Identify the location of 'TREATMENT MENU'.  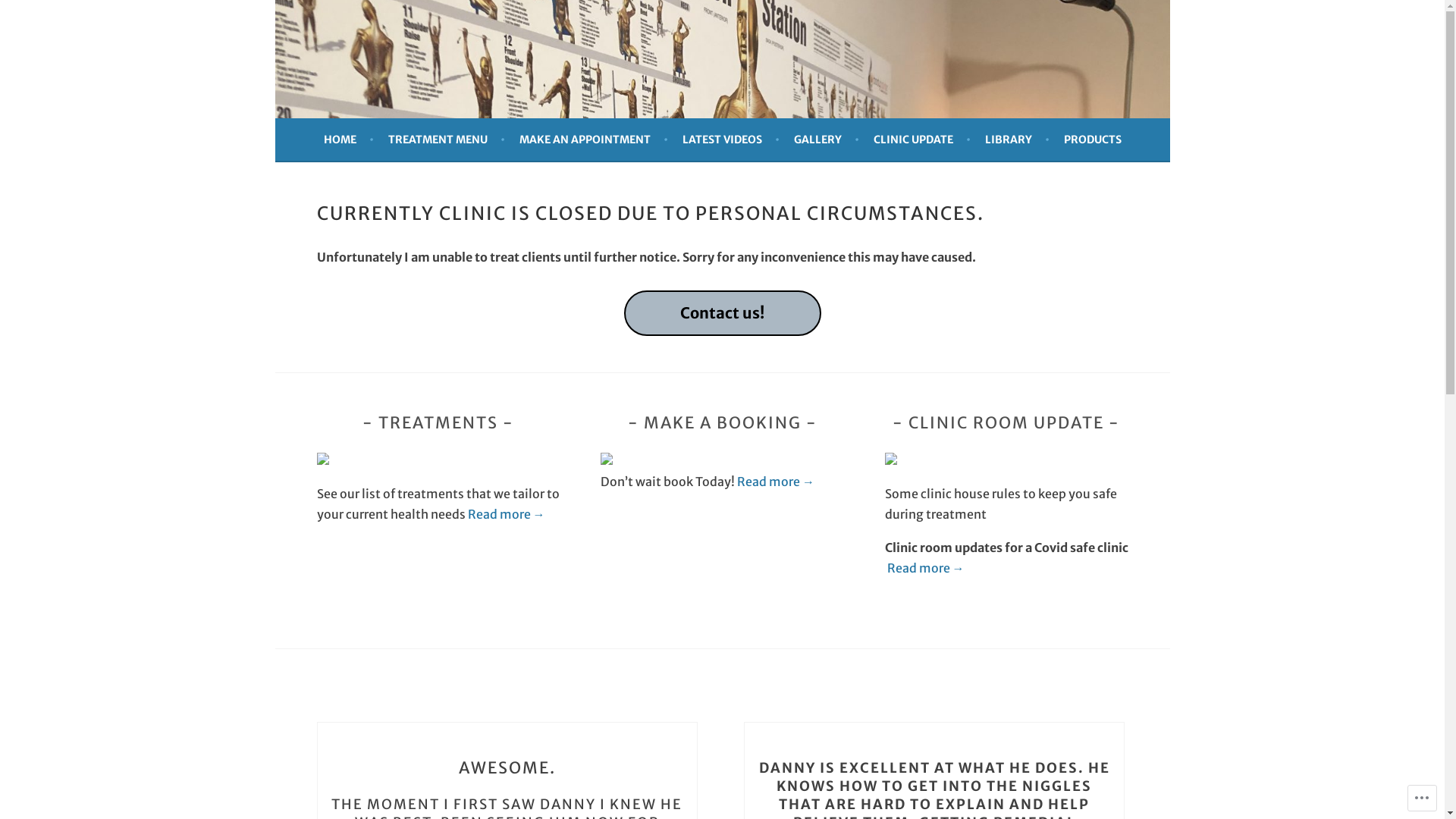
(446, 140).